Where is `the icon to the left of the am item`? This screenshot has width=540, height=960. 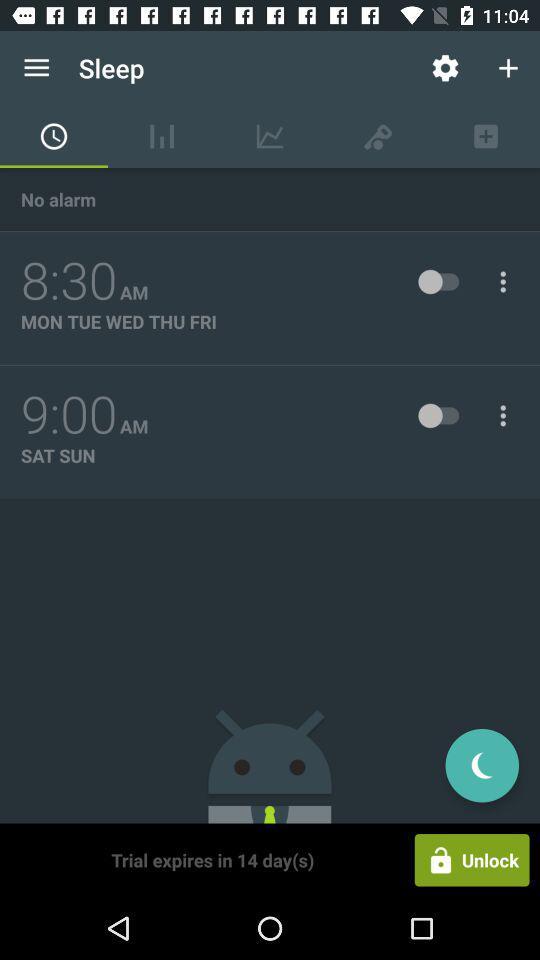 the icon to the left of the am item is located at coordinates (68, 280).